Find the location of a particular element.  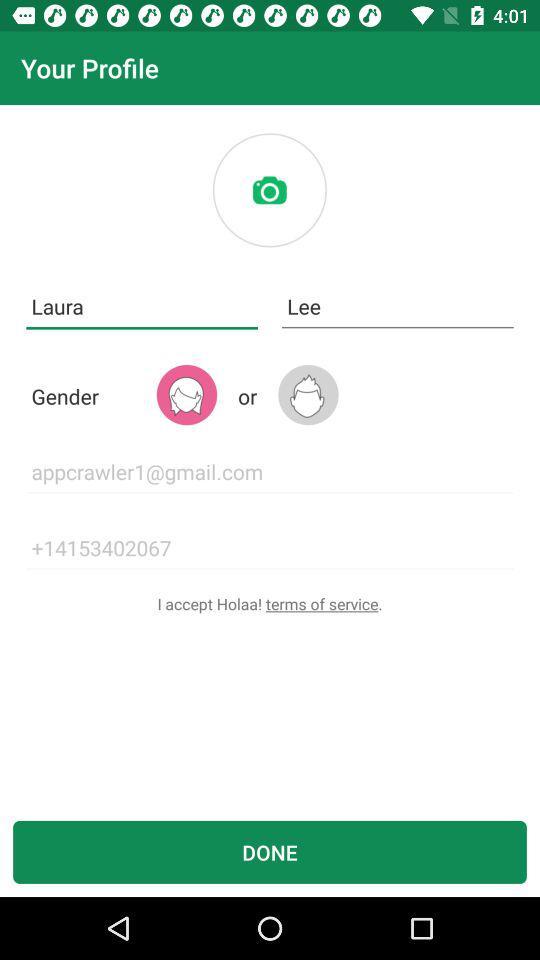

the avatar icon is located at coordinates (308, 394).